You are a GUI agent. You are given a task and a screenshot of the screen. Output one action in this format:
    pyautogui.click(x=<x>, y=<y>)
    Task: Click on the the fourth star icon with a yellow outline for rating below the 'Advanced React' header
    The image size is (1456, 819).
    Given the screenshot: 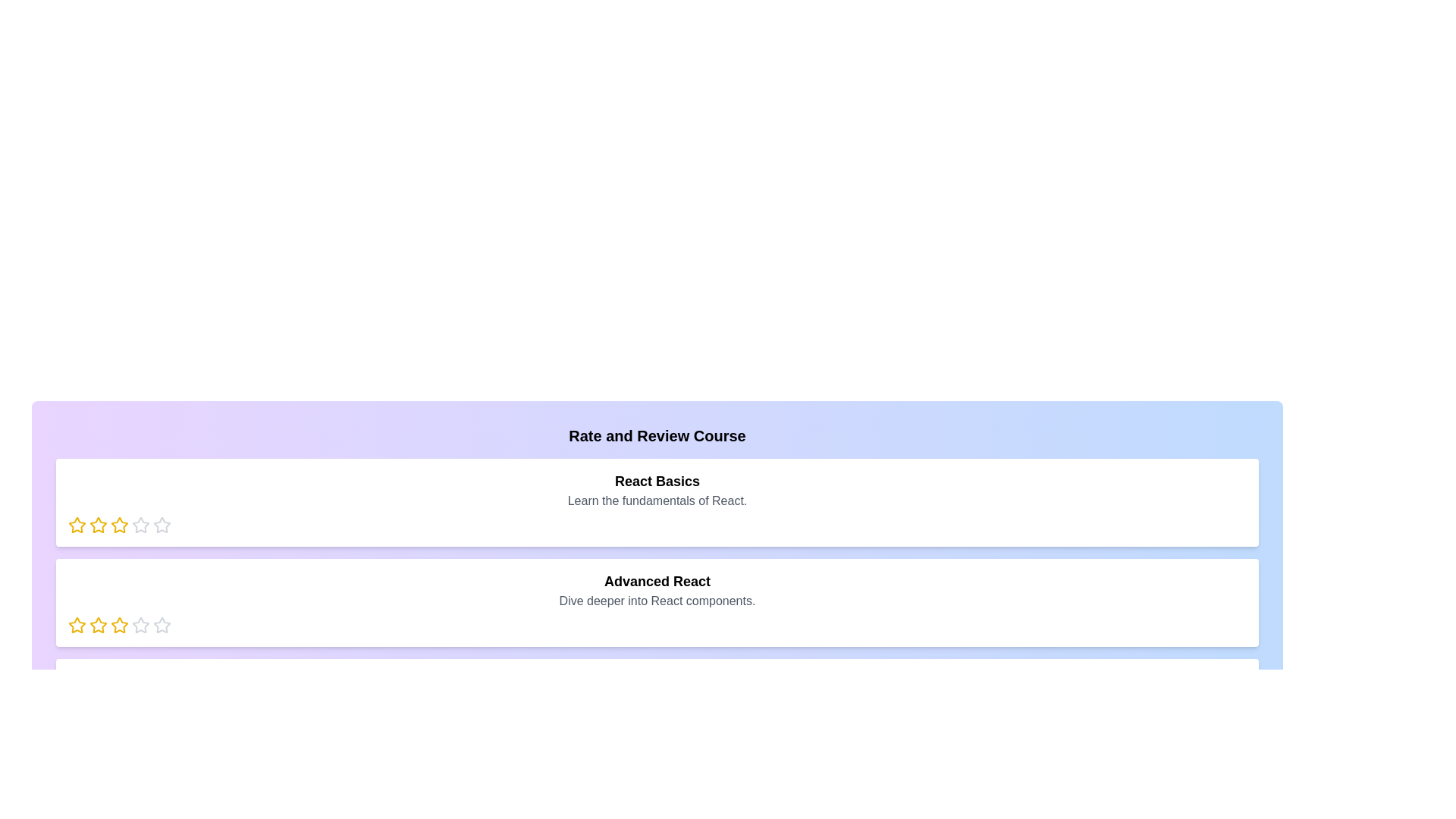 What is the action you would take?
    pyautogui.click(x=119, y=626)
    